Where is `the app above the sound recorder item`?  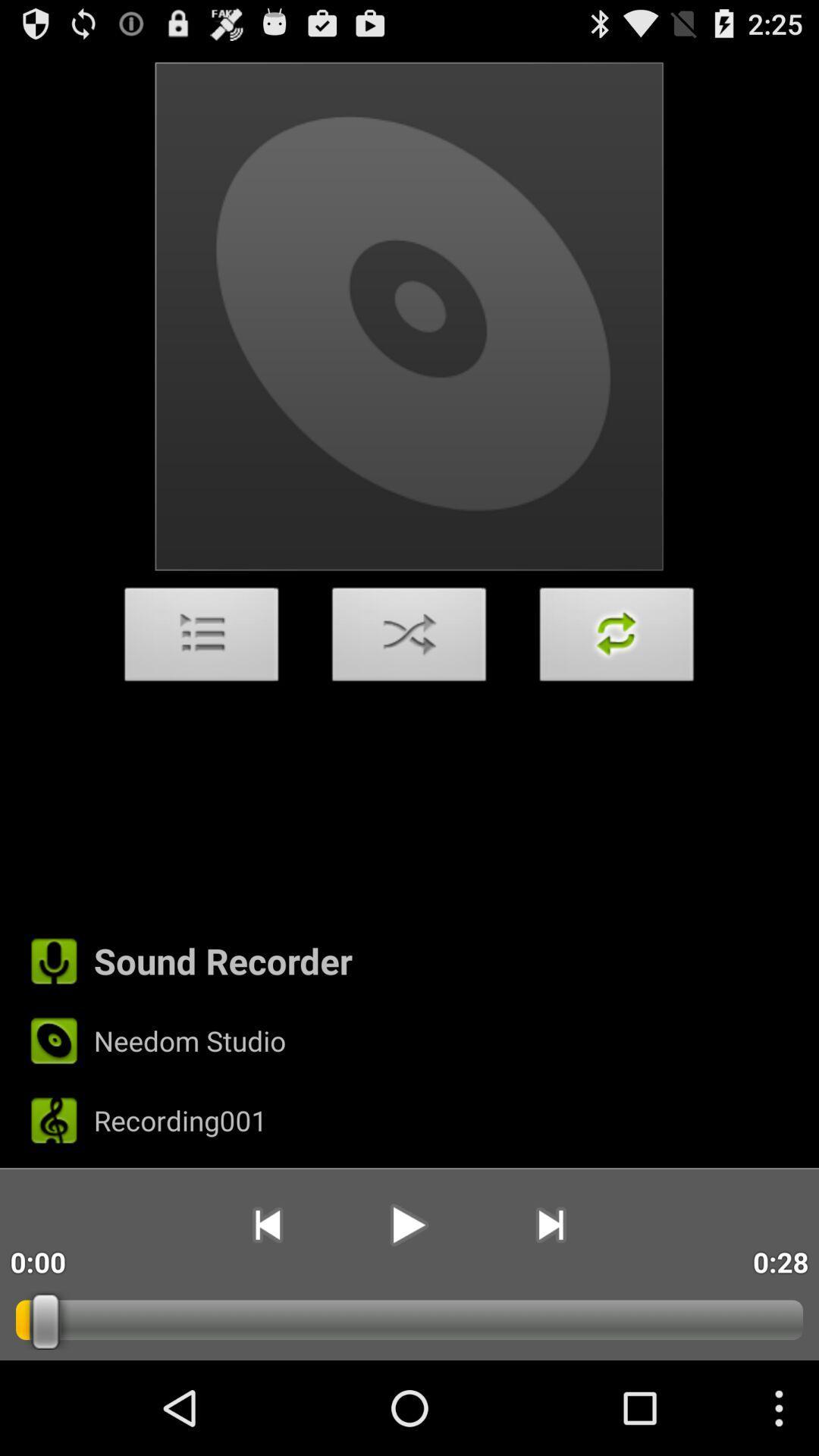
the app above the sound recorder item is located at coordinates (617, 639).